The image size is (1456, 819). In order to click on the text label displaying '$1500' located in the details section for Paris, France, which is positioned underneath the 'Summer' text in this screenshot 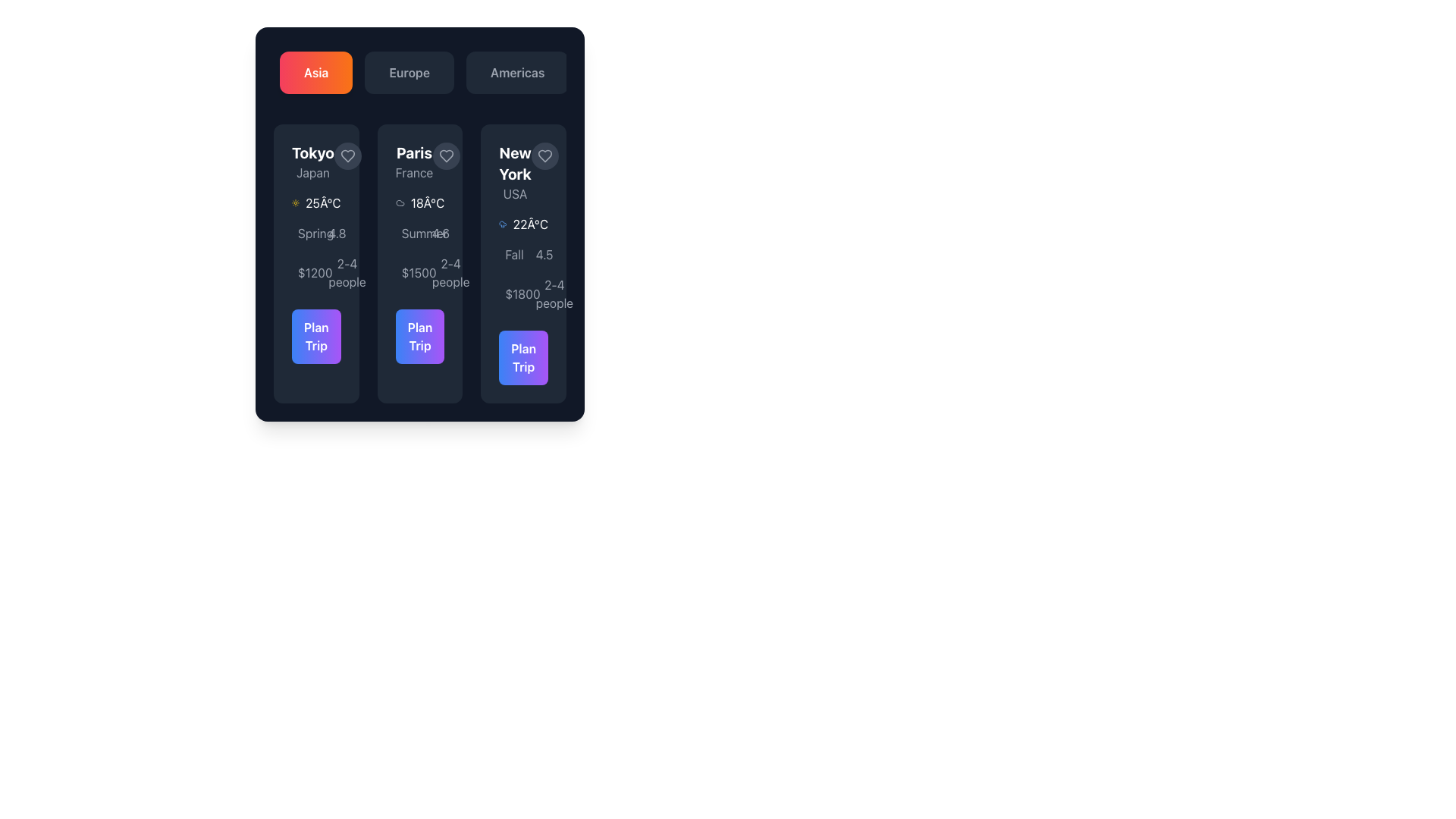, I will do `click(419, 271)`.